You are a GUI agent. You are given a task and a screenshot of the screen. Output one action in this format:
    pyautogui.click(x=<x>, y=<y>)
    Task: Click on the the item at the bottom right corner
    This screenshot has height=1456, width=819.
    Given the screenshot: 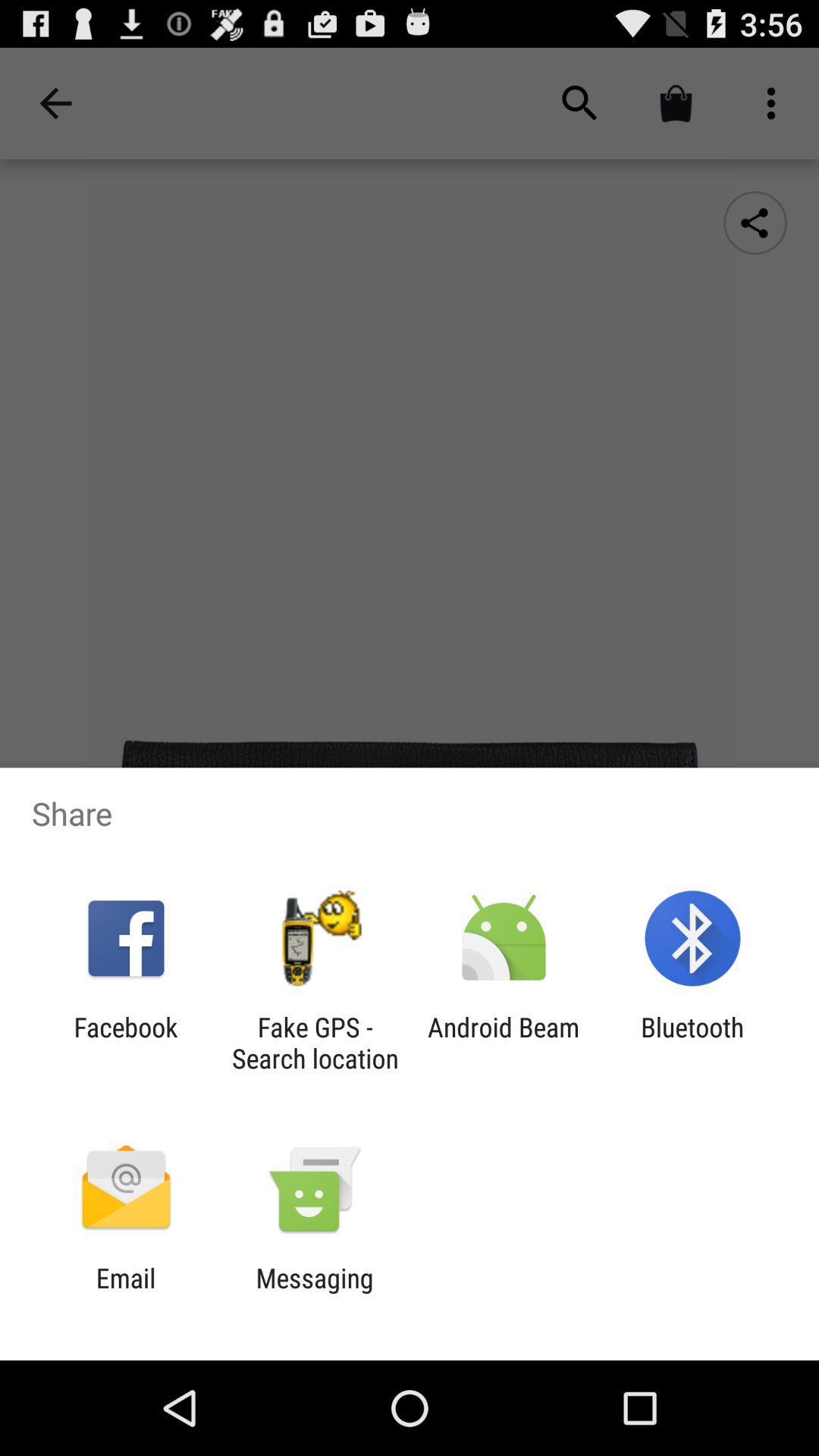 What is the action you would take?
    pyautogui.click(x=692, y=1042)
    